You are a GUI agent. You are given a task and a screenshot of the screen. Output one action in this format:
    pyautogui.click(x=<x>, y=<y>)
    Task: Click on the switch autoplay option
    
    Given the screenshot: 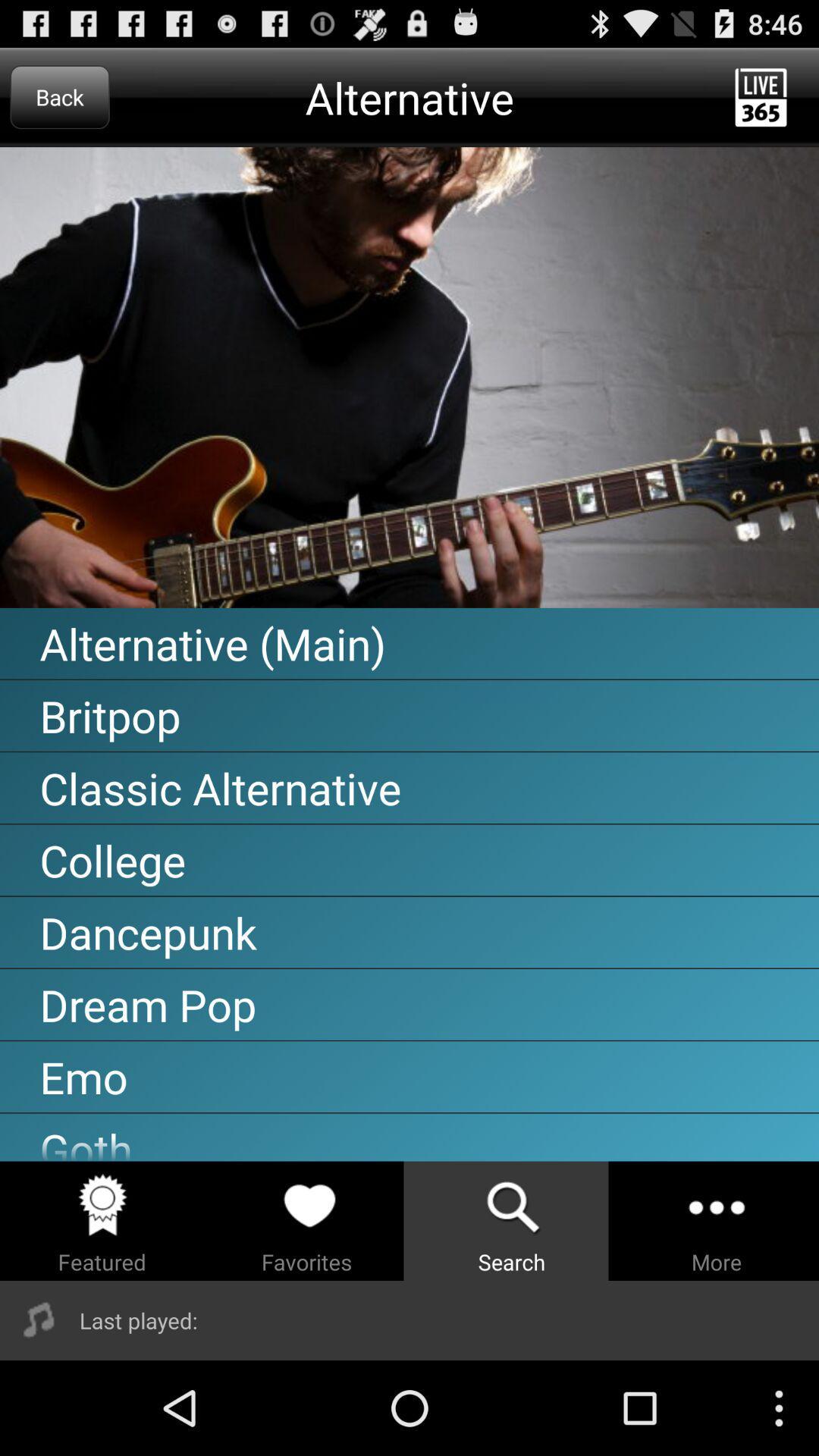 What is the action you would take?
    pyautogui.click(x=409, y=378)
    